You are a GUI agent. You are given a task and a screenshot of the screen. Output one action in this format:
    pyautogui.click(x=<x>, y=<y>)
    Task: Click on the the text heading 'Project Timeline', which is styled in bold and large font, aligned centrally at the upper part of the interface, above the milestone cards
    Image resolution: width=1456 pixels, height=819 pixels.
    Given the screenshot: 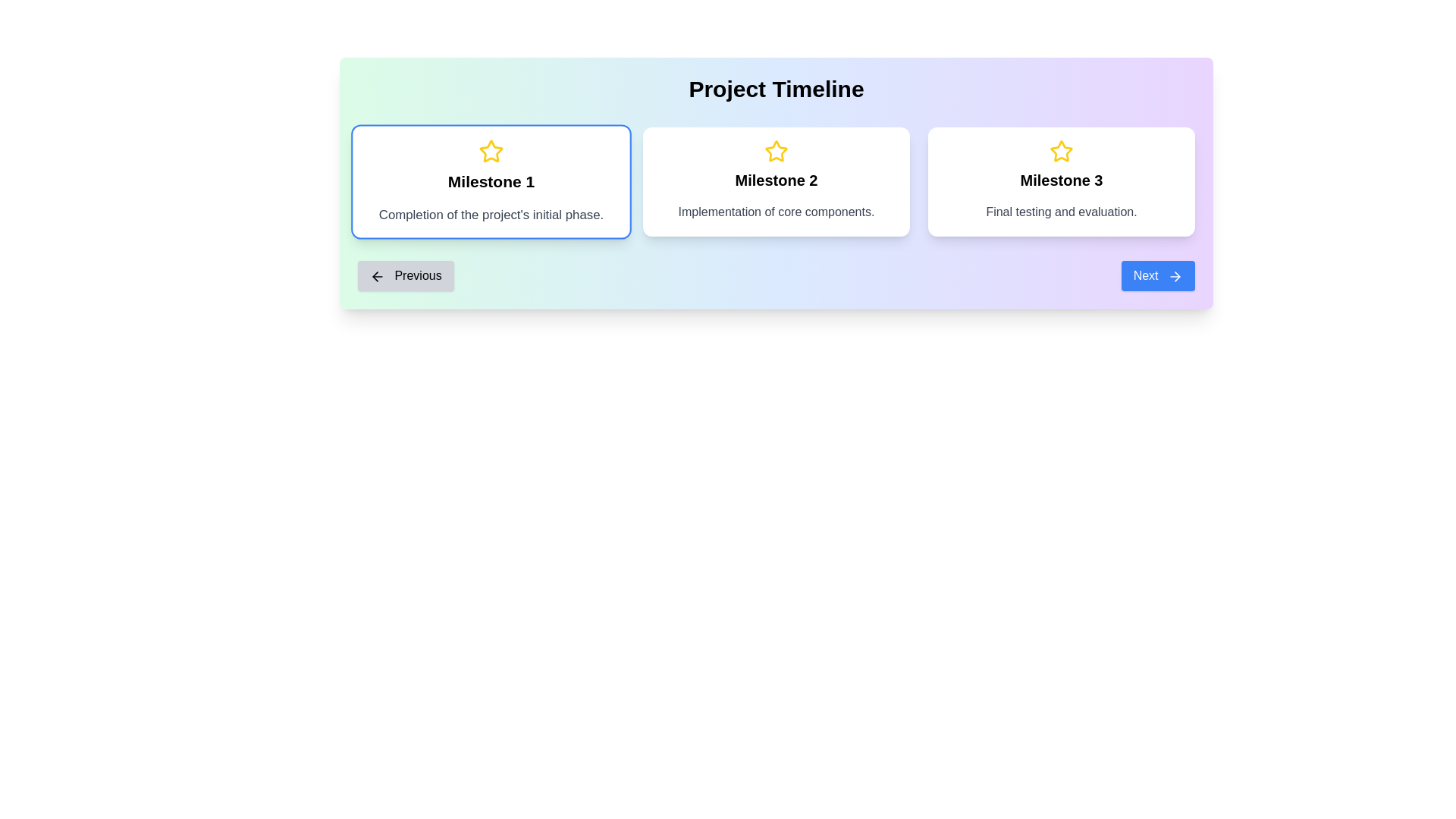 What is the action you would take?
    pyautogui.click(x=776, y=89)
    